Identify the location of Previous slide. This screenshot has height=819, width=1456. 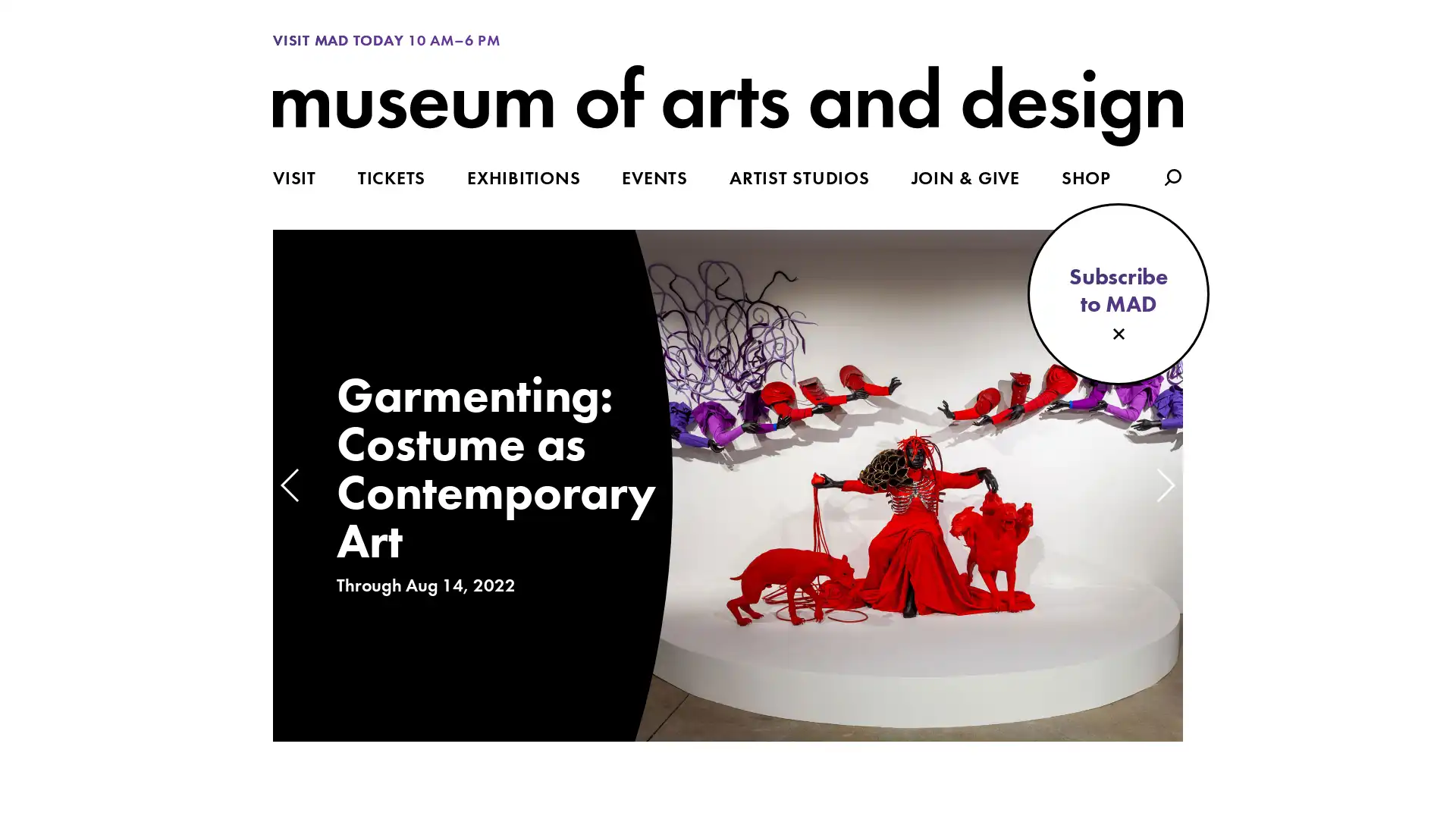
(290, 485).